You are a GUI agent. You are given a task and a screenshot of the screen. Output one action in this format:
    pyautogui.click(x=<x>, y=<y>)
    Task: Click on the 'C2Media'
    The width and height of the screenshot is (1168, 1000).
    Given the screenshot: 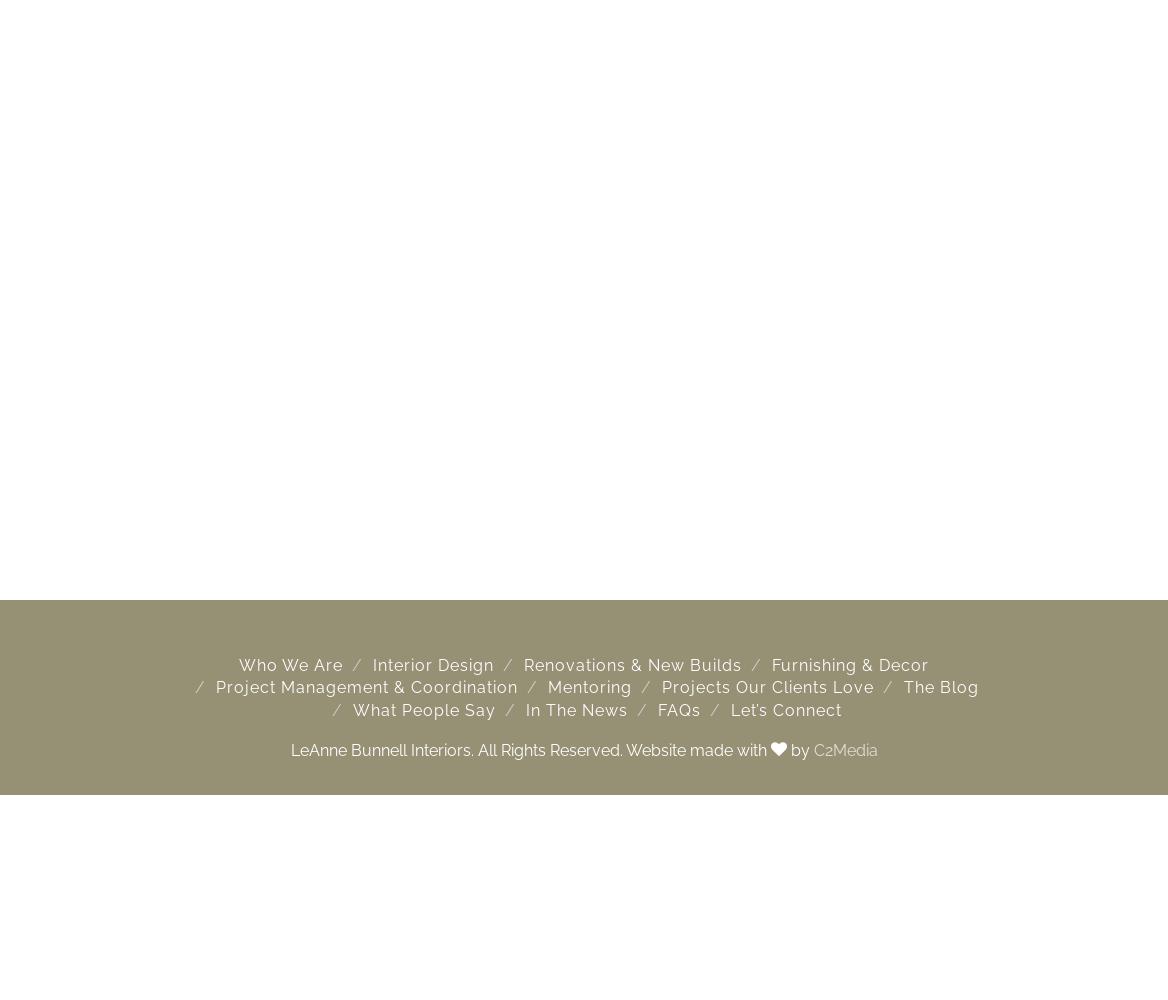 What is the action you would take?
    pyautogui.click(x=844, y=750)
    